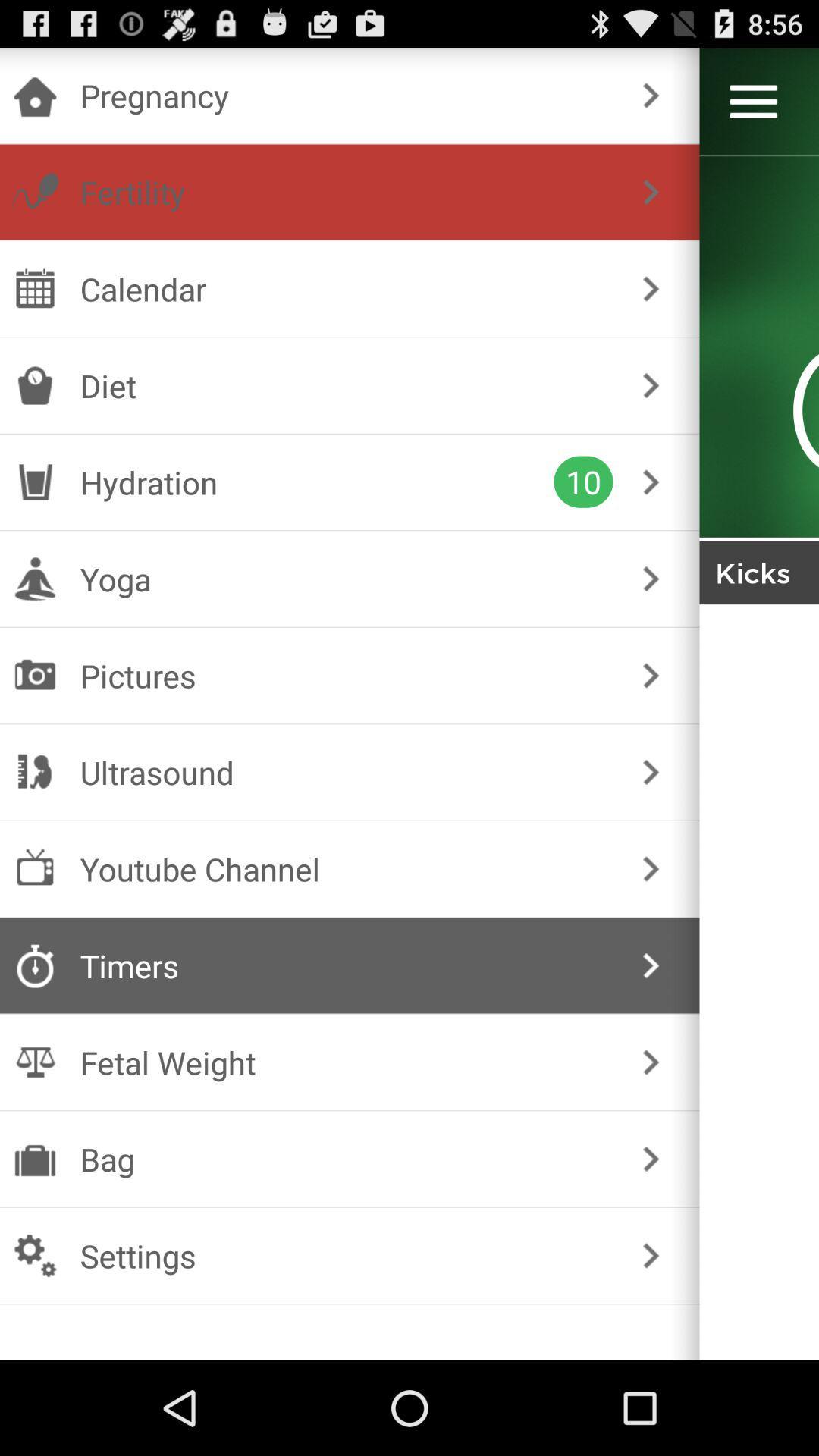 Image resolution: width=819 pixels, height=1456 pixels. I want to click on the arrow icon on right side of text pregnancy, so click(651, 95).